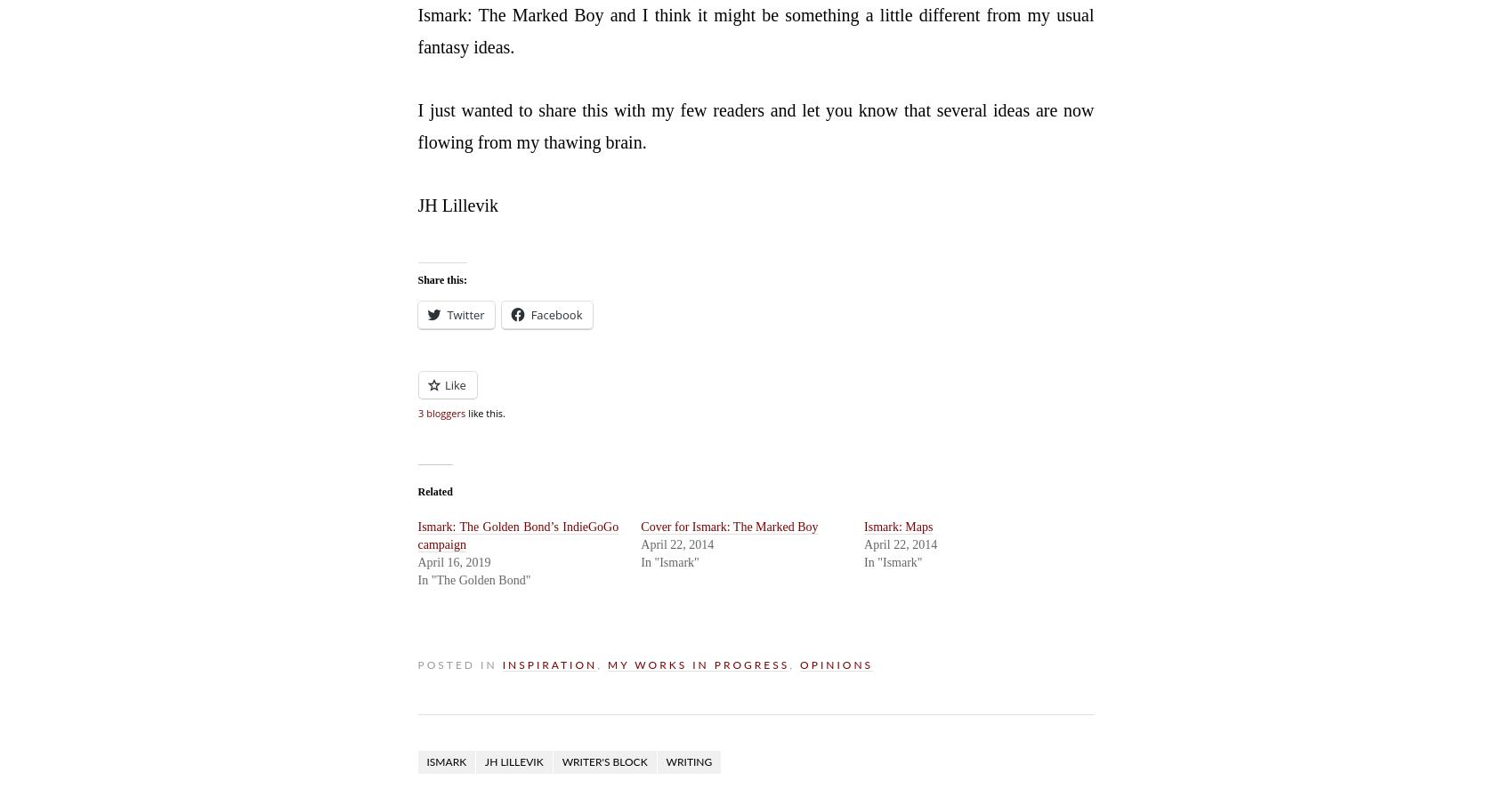  I want to click on 'Posted in', so click(458, 664).